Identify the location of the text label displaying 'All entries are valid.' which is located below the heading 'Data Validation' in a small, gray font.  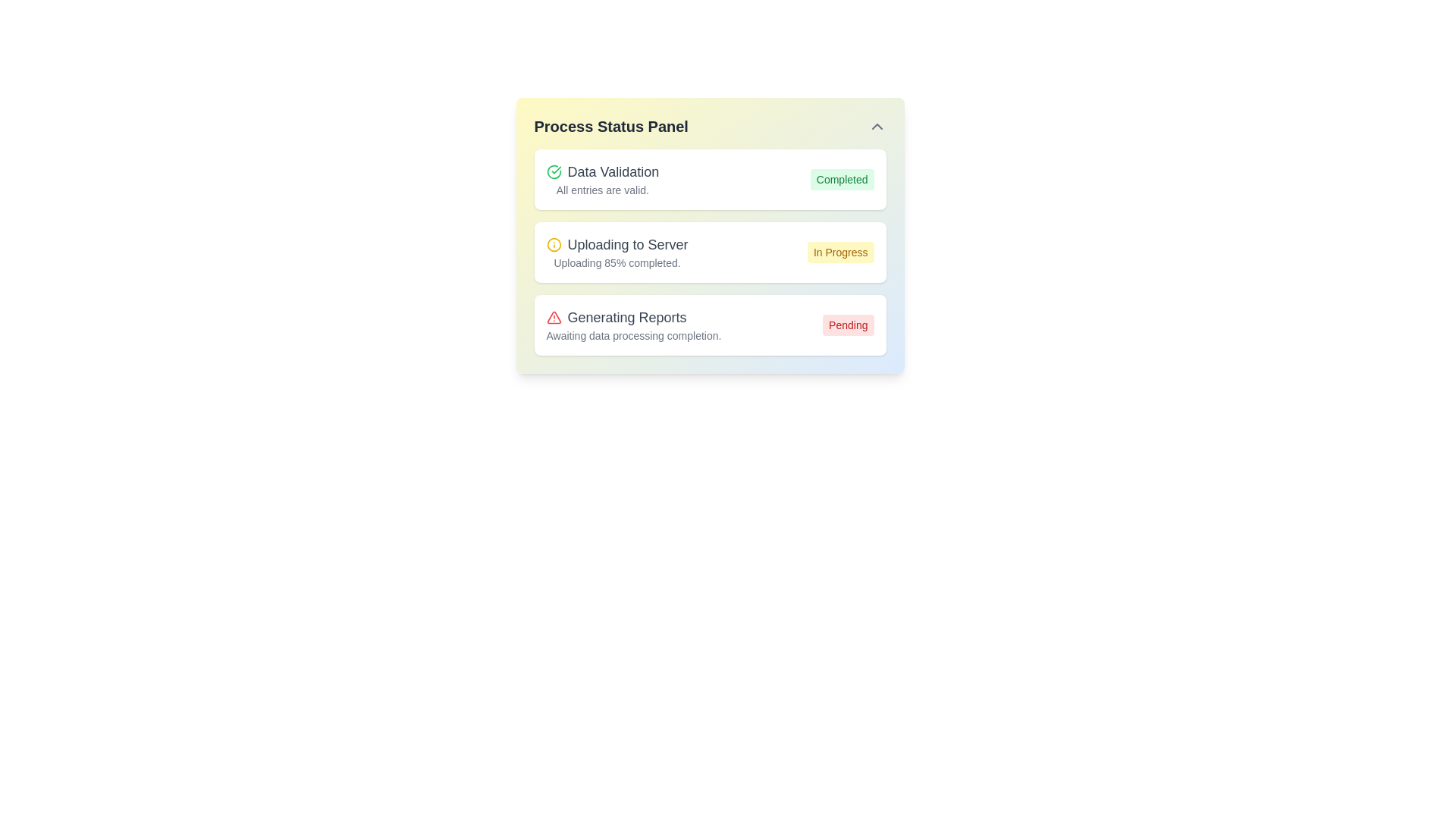
(601, 189).